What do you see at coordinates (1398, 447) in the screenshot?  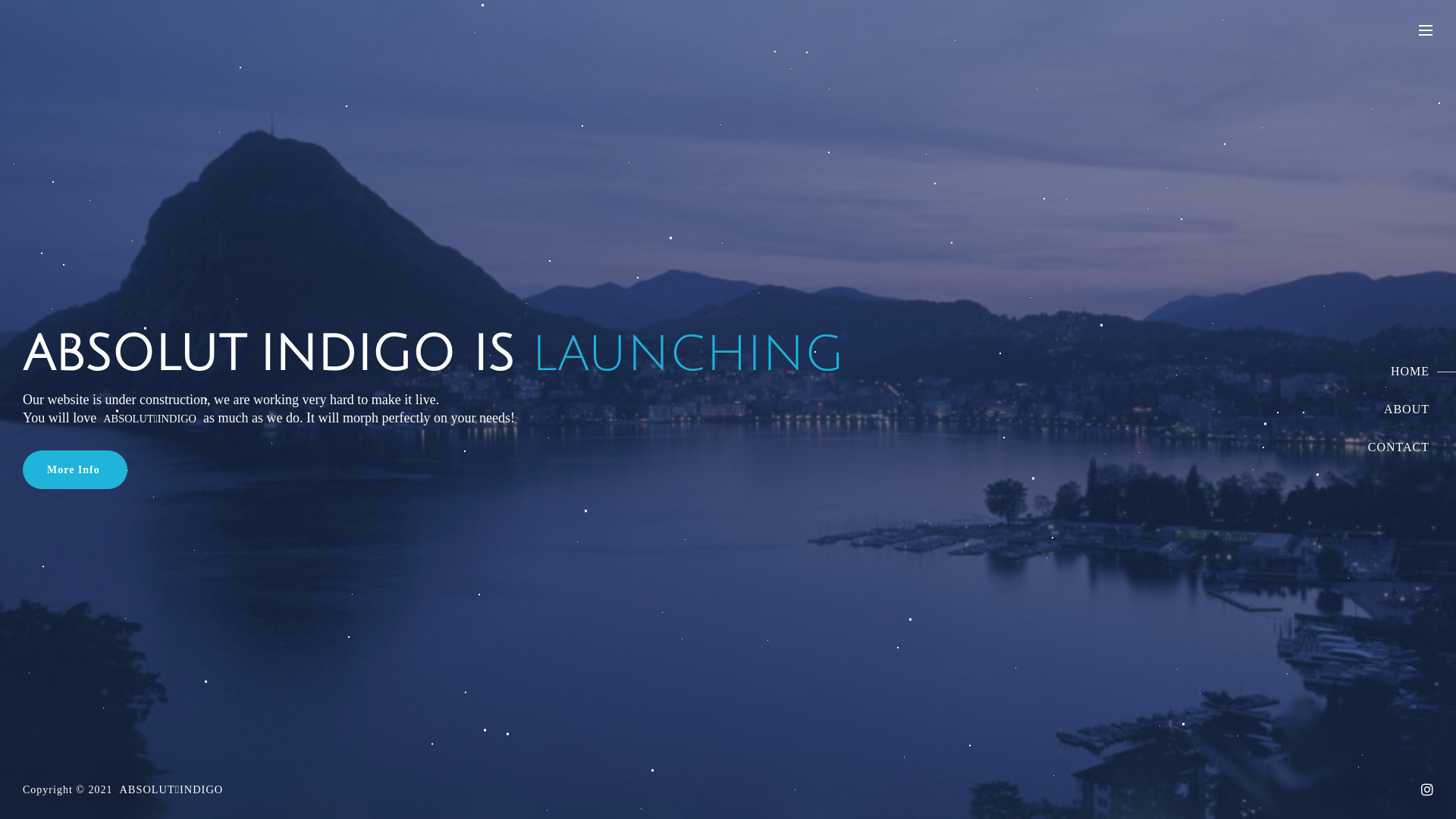 I see `'CONTACT'` at bounding box center [1398, 447].